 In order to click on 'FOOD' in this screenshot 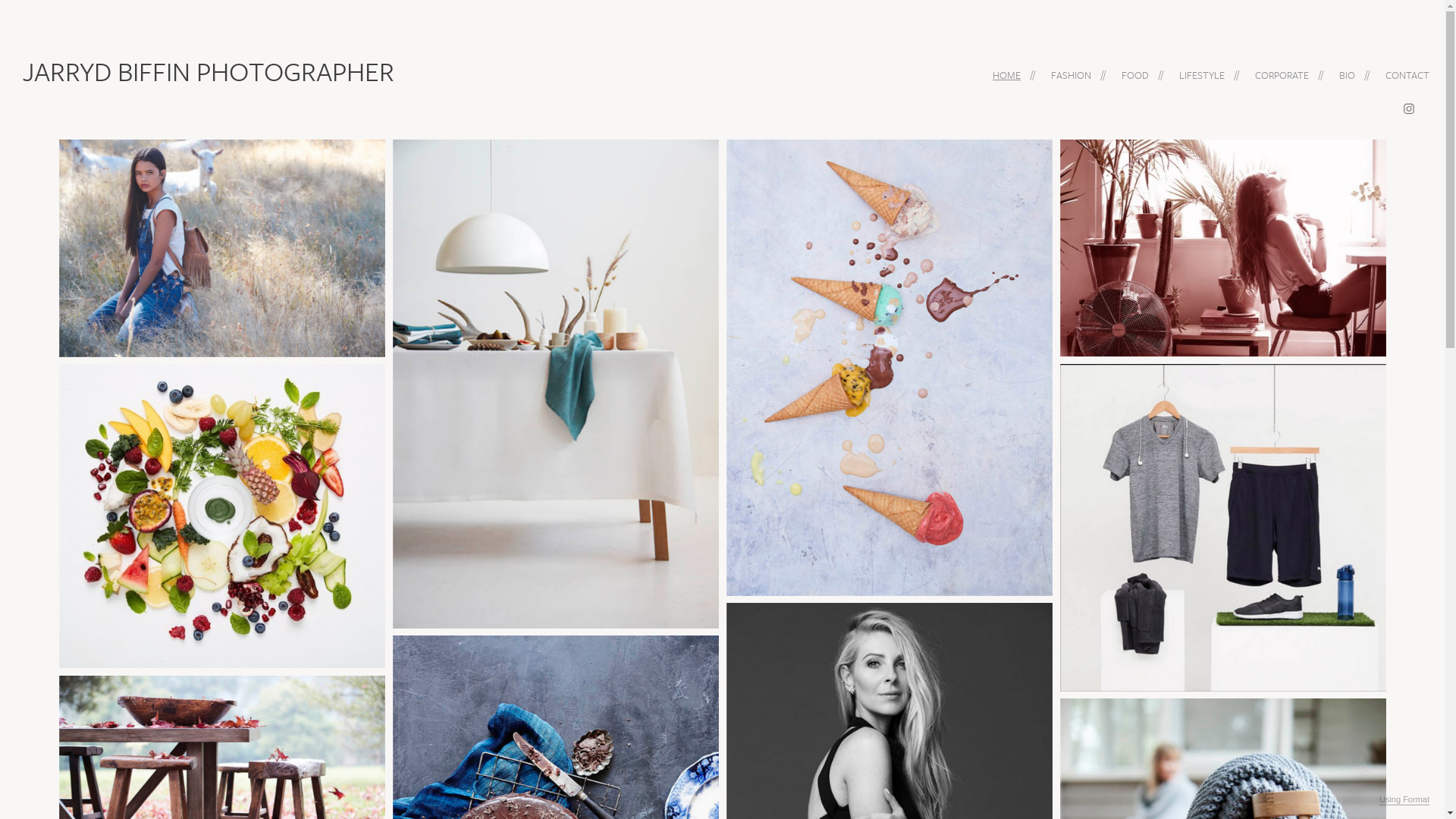, I will do `click(1135, 73)`.